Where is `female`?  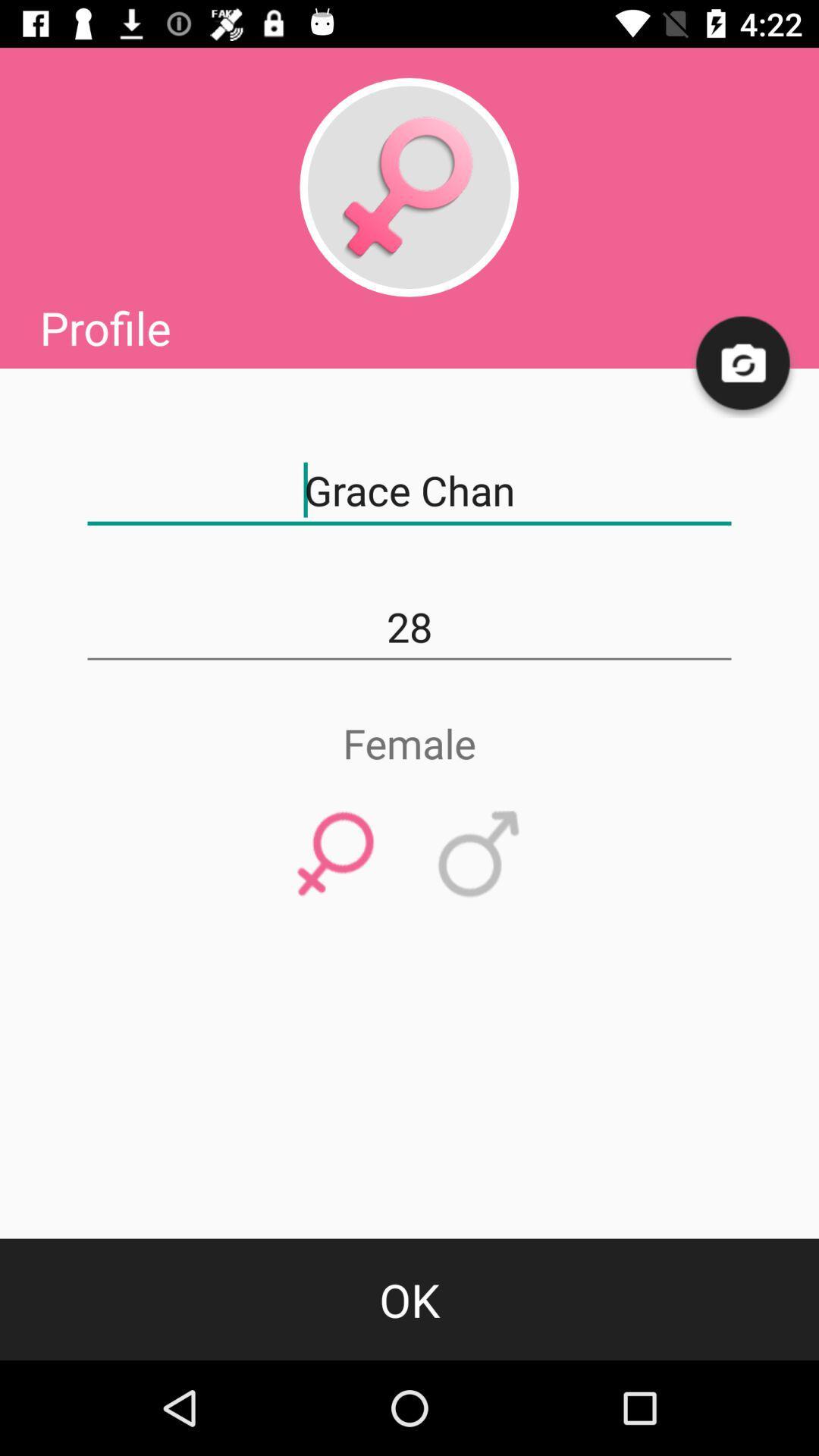 female is located at coordinates (335, 855).